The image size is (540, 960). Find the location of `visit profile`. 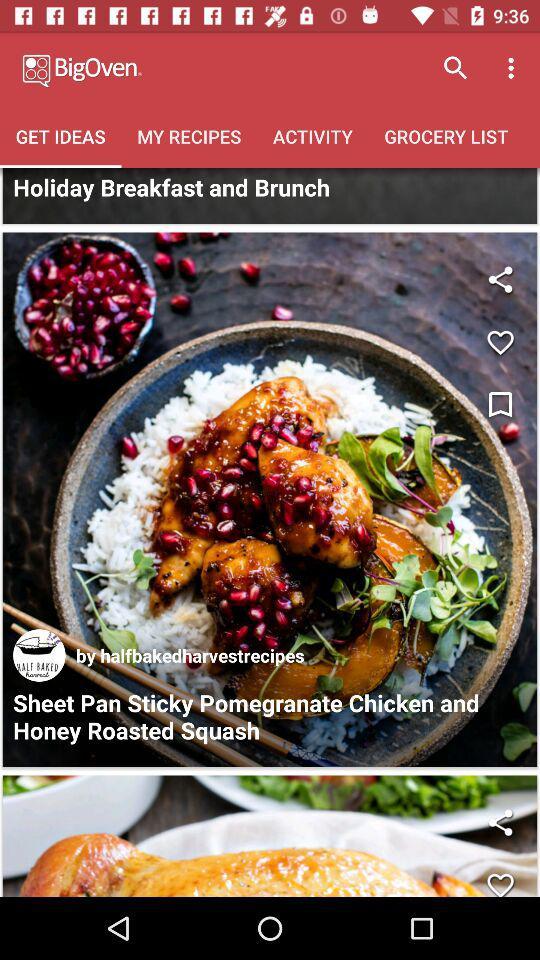

visit profile is located at coordinates (39, 654).